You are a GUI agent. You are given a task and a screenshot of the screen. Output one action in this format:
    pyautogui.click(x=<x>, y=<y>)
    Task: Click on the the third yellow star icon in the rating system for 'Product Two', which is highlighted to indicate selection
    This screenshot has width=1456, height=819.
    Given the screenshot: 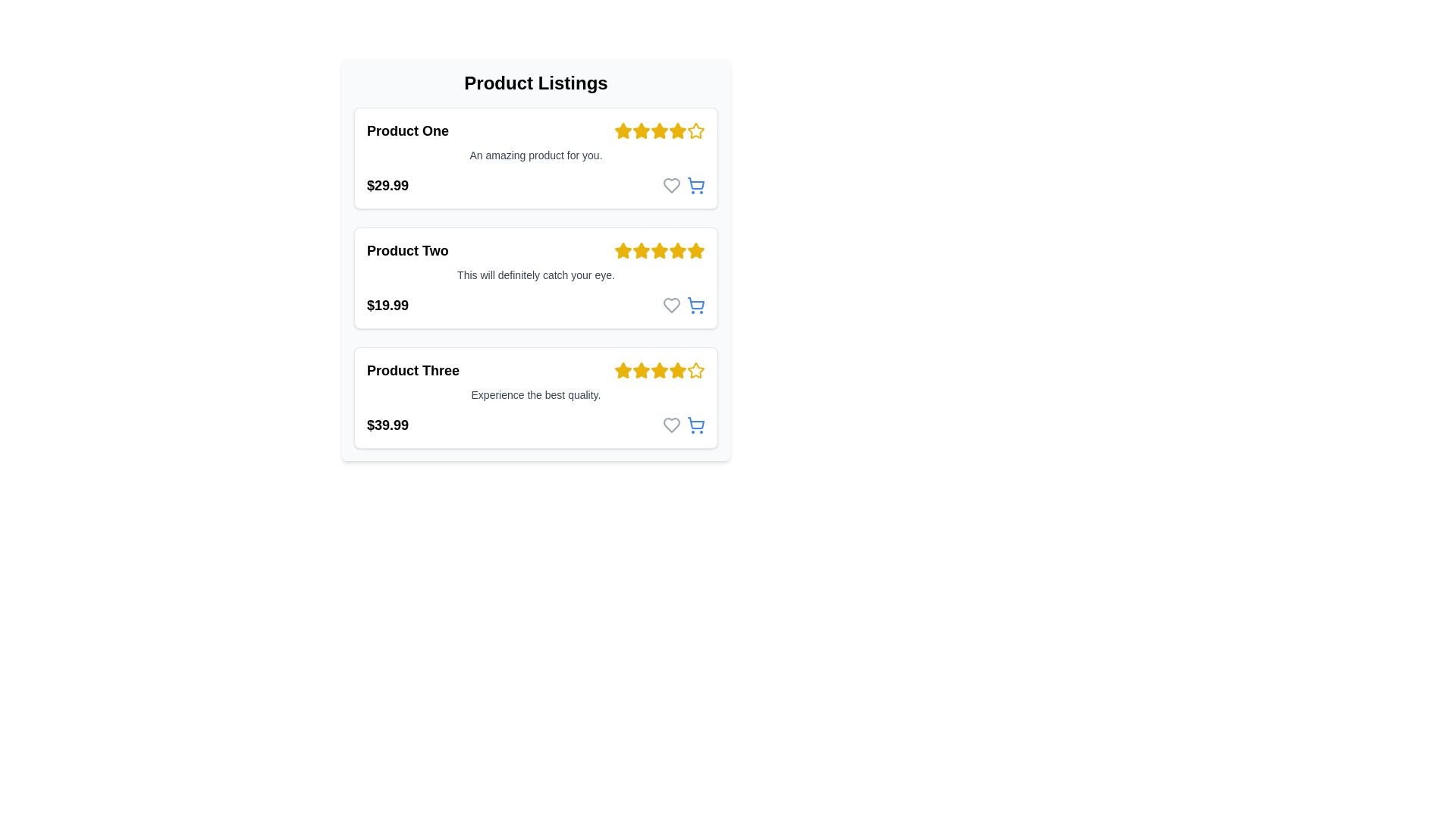 What is the action you would take?
    pyautogui.click(x=641, y=250)
    